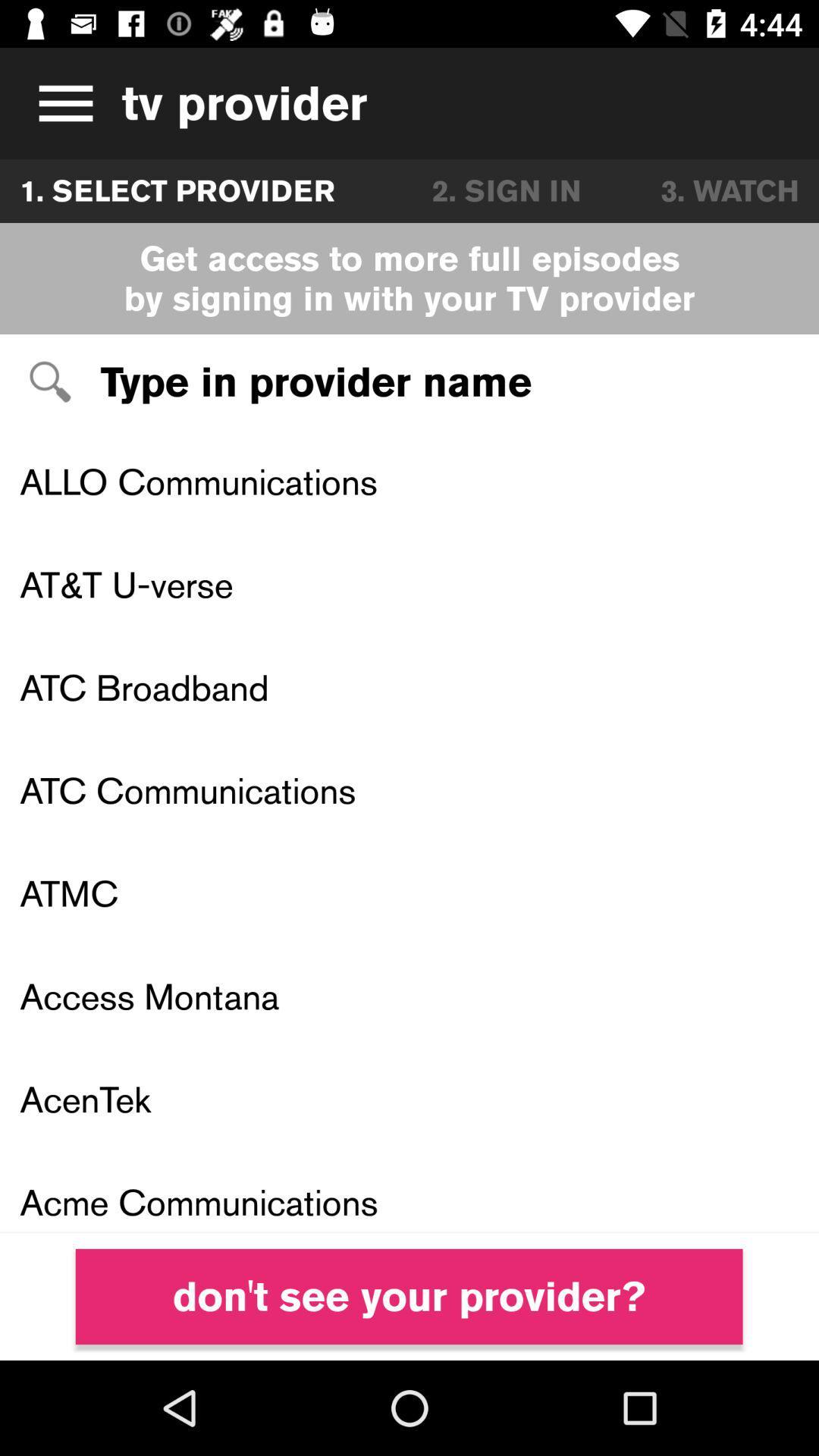 This screenshot has width=819, height=1456. What do you see at coordinates (60, 102) in the screenshot?
I see `this is television advertisement` at bounding box center [60, 102].